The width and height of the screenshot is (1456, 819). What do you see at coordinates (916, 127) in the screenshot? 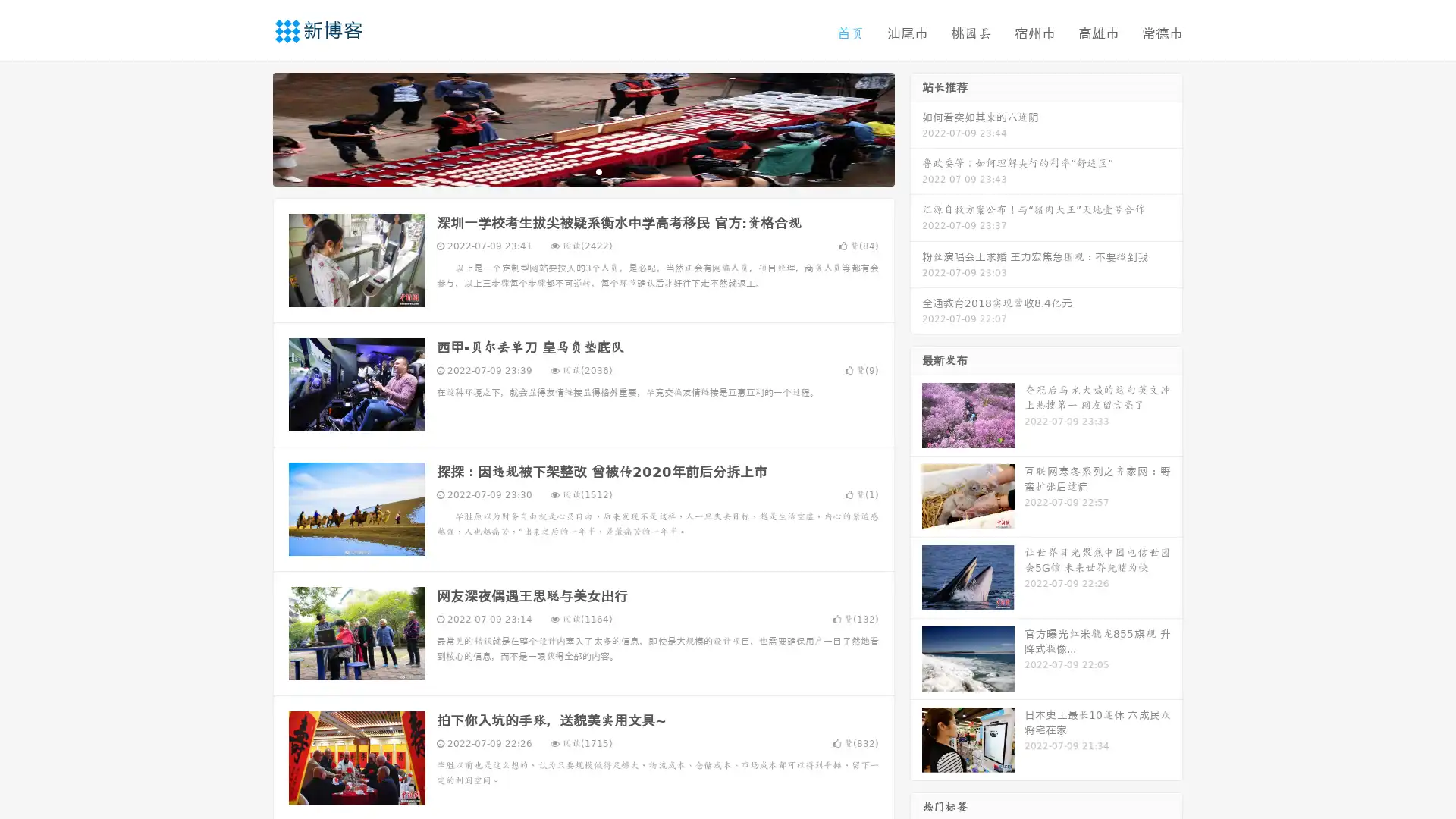
I see `Next slide` at bounding box center [916, 127].